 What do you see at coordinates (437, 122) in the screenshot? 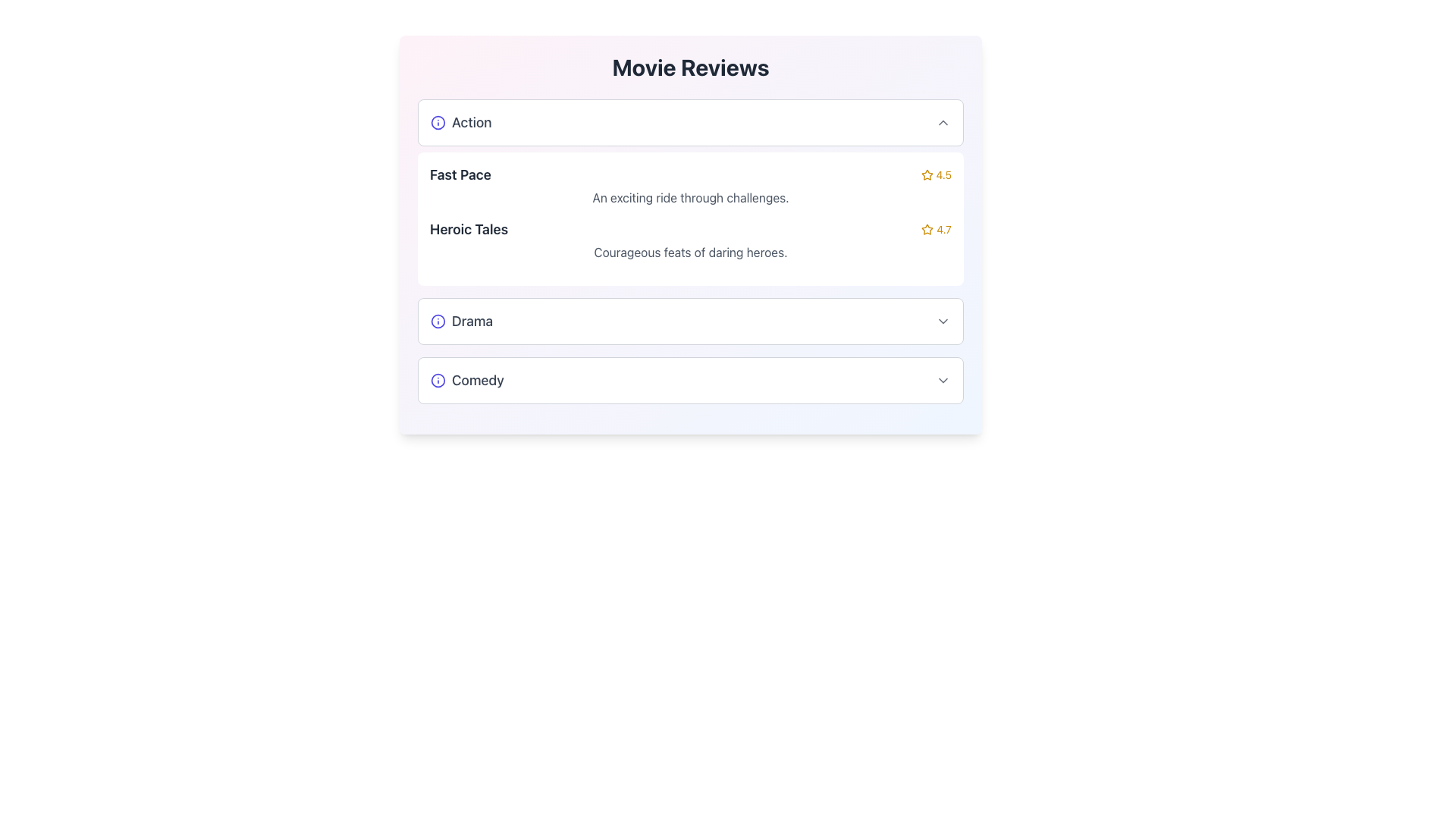
I see `the circular blue icon with an 'i' symbol inside, located to the left of the text 'Action' in the 'Action' category header within the 'Movie Reviews' section` at bounding box center [437, 122].